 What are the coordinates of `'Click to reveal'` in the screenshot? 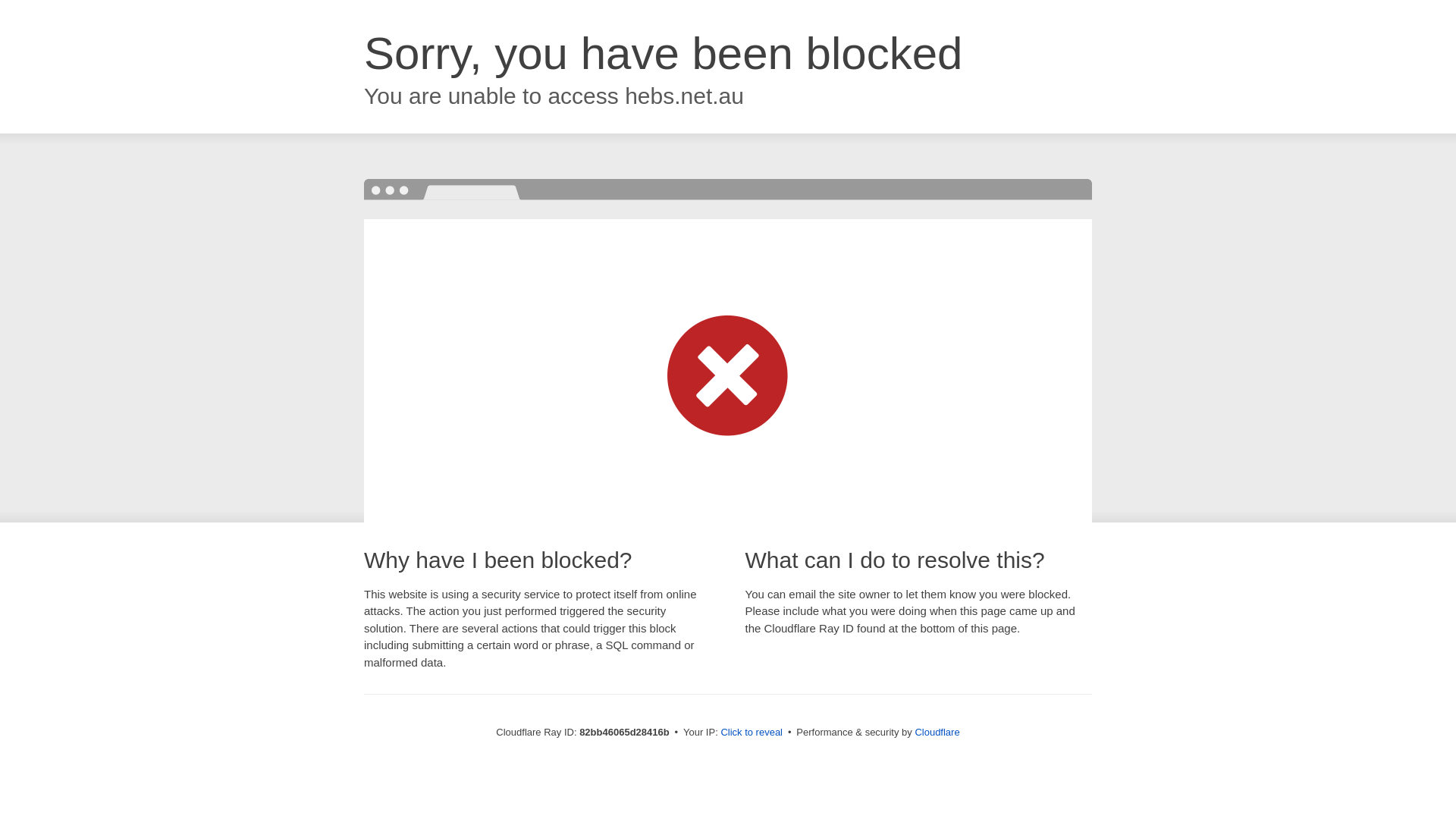 It's located at (751, 731).